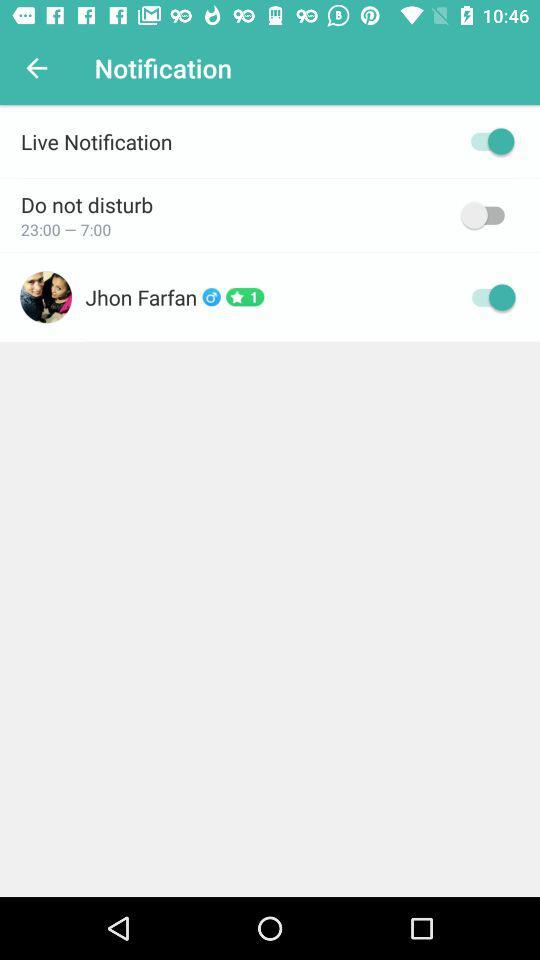 This screenshot has width=540, height=960. I want to click on the item to the left of the notification, so click(36, 68).